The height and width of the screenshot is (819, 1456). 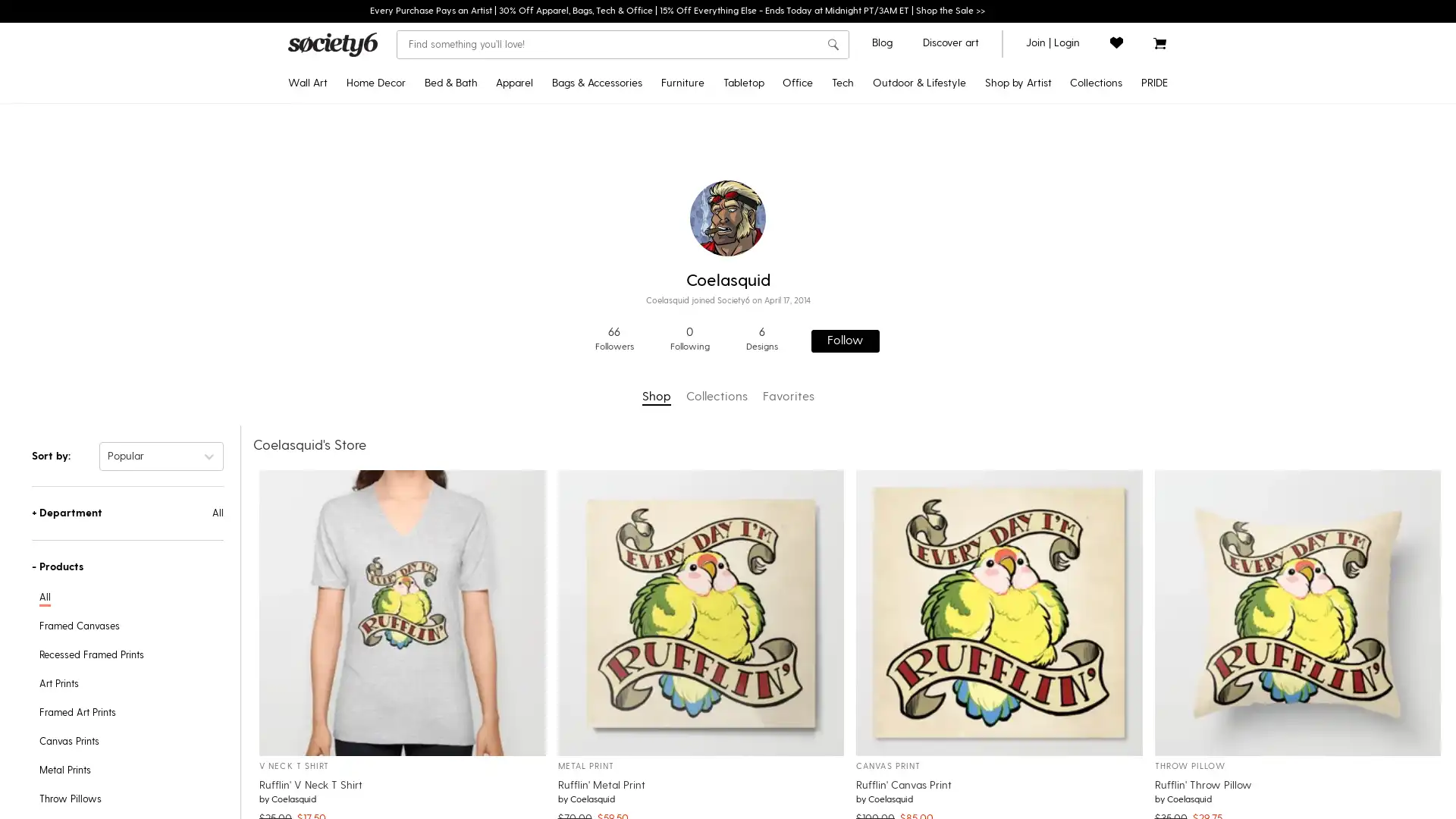 What do you see at coordinates (742, 83) in the screenshot?
I see `Tabletop` at bounding box center [742, 83].